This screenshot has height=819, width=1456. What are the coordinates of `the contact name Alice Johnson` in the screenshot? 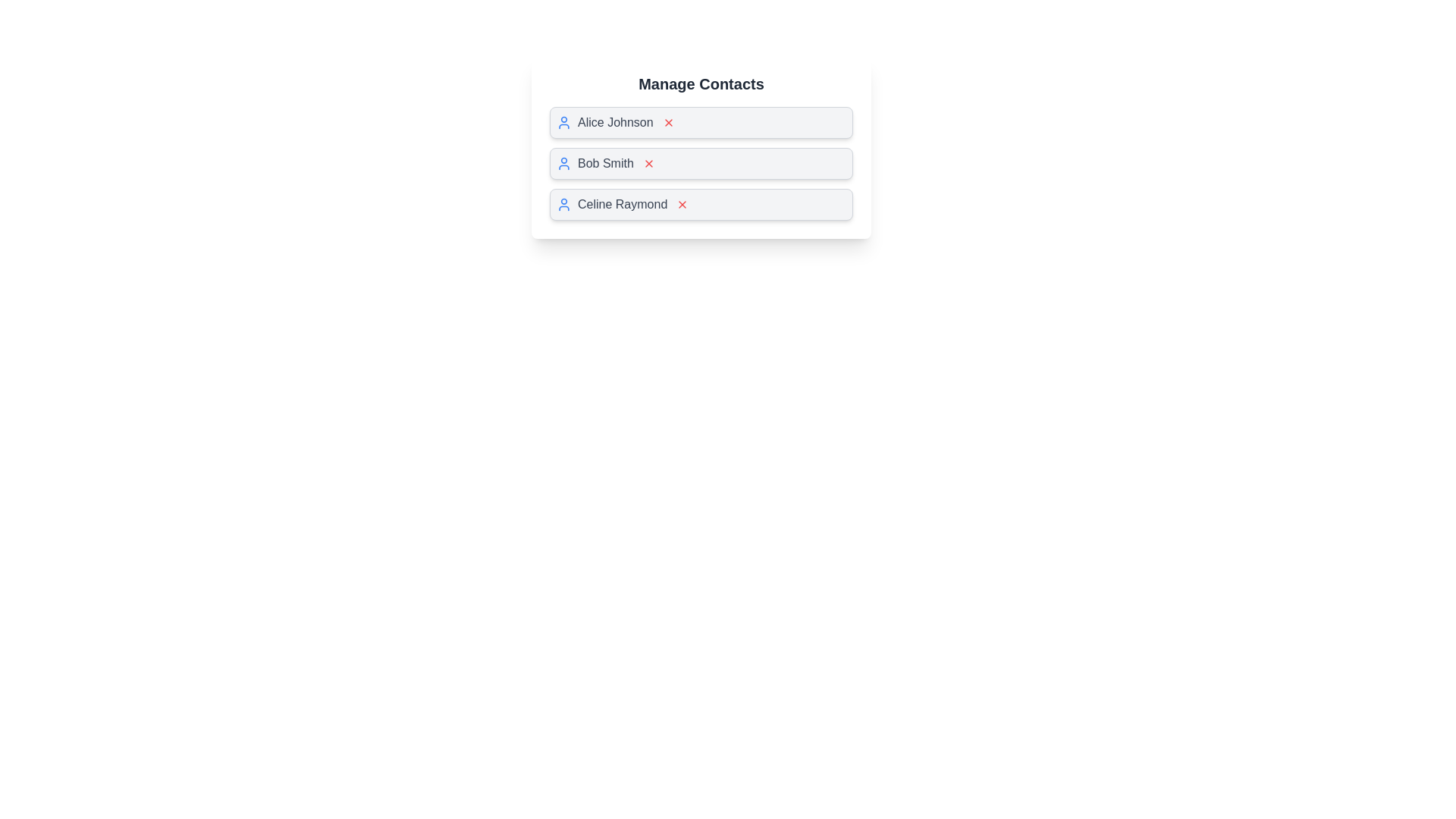 It's located at (701, 122).